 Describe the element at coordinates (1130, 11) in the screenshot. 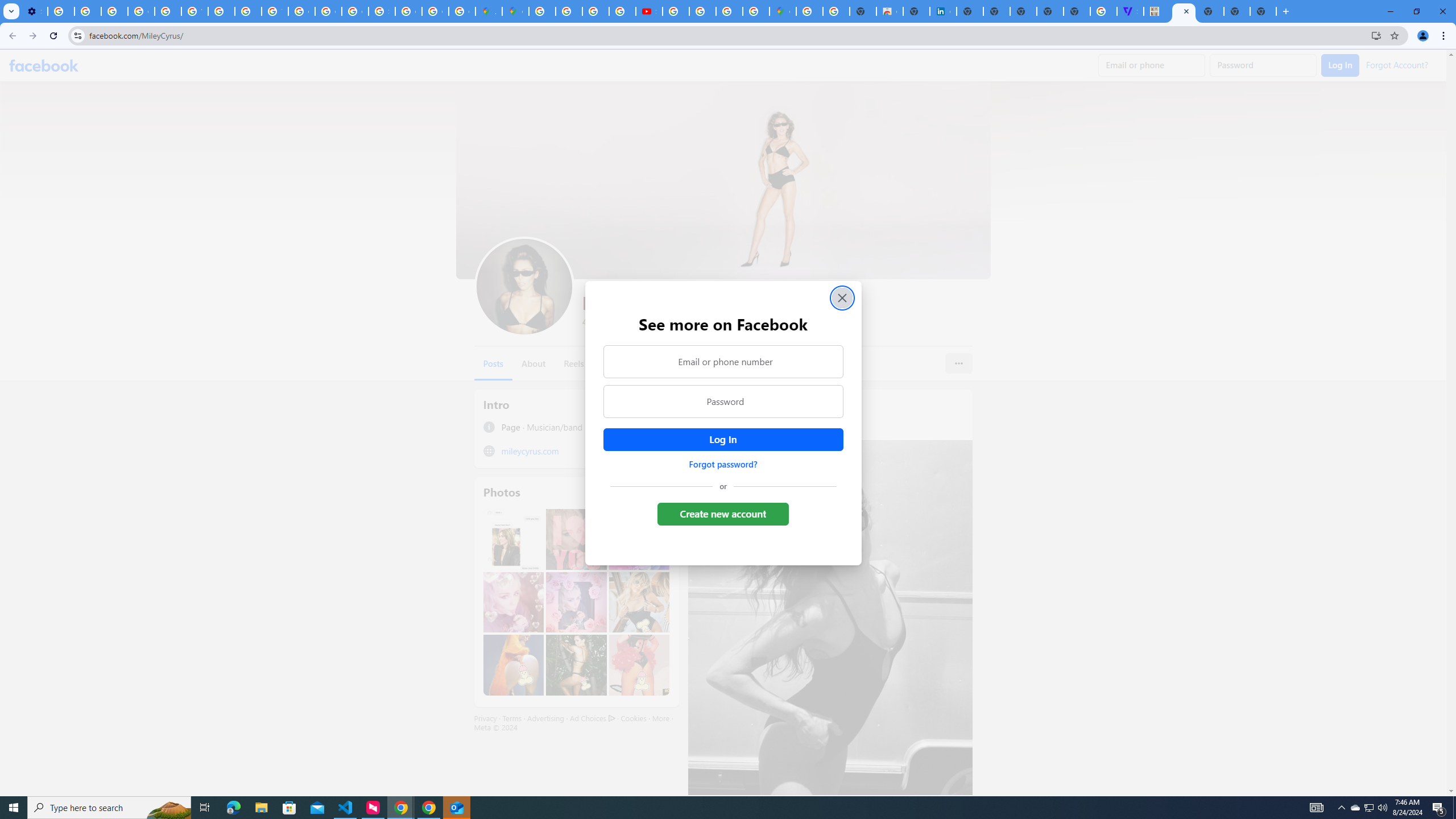

I see `'Streaming - The Verge'` at that location.